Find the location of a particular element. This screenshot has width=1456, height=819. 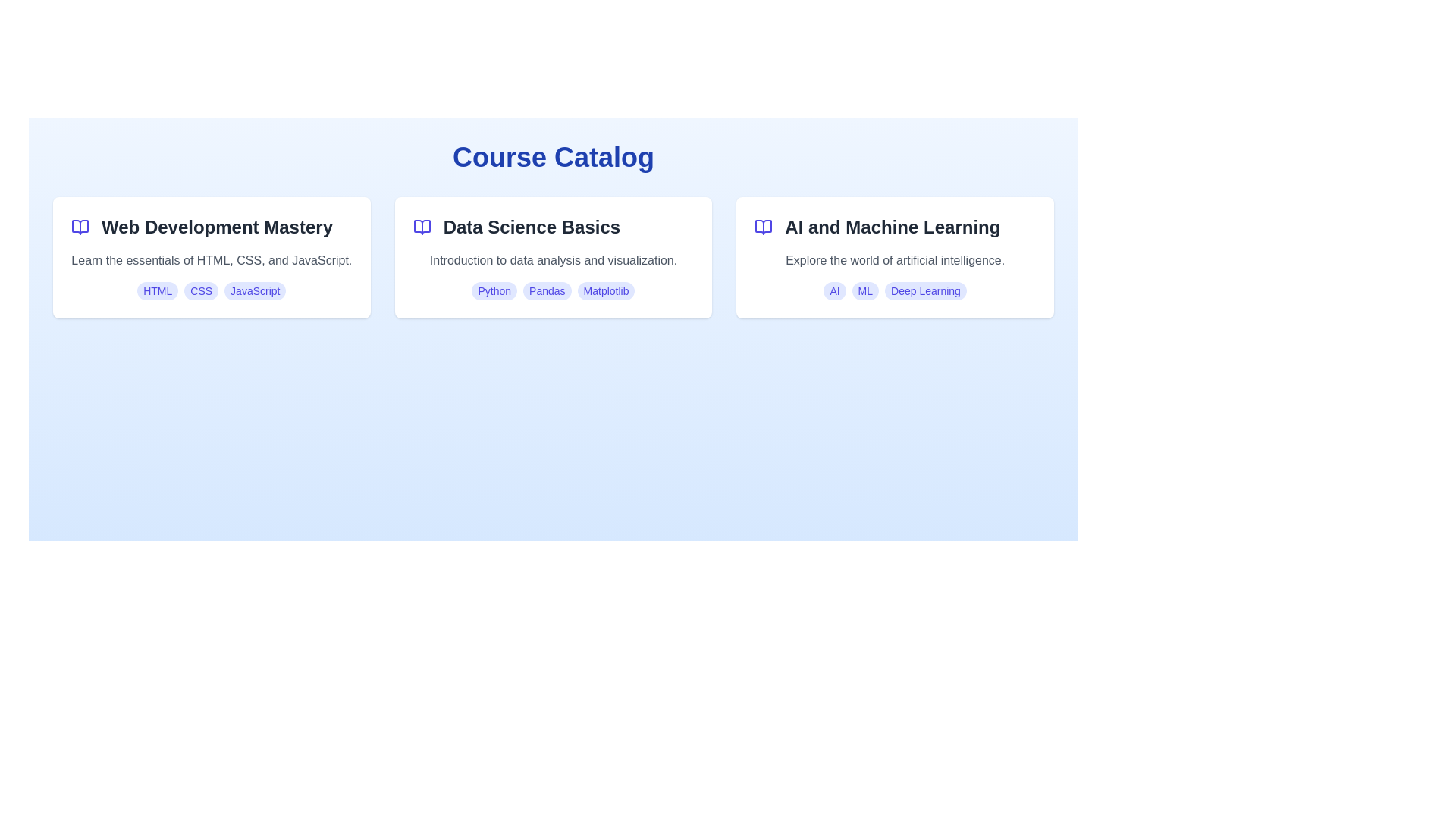

the first tag or badge labeled 'AI' in the 'AI and Machine Learning' section, which is positioned at the leftmost among the three labels is located at coordinates (833, 291).